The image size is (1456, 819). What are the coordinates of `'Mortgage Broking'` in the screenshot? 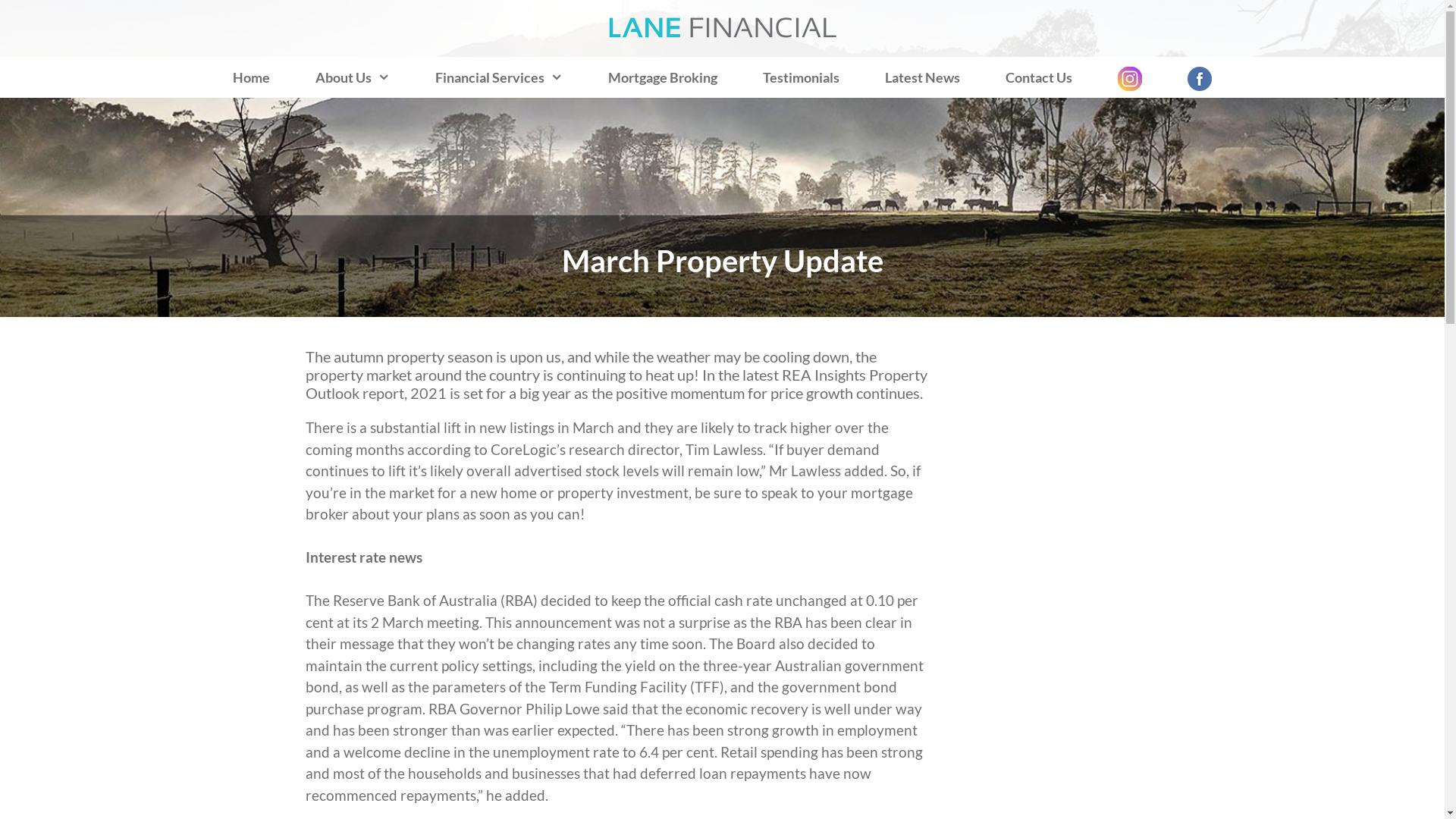 It's located at (585, 77).